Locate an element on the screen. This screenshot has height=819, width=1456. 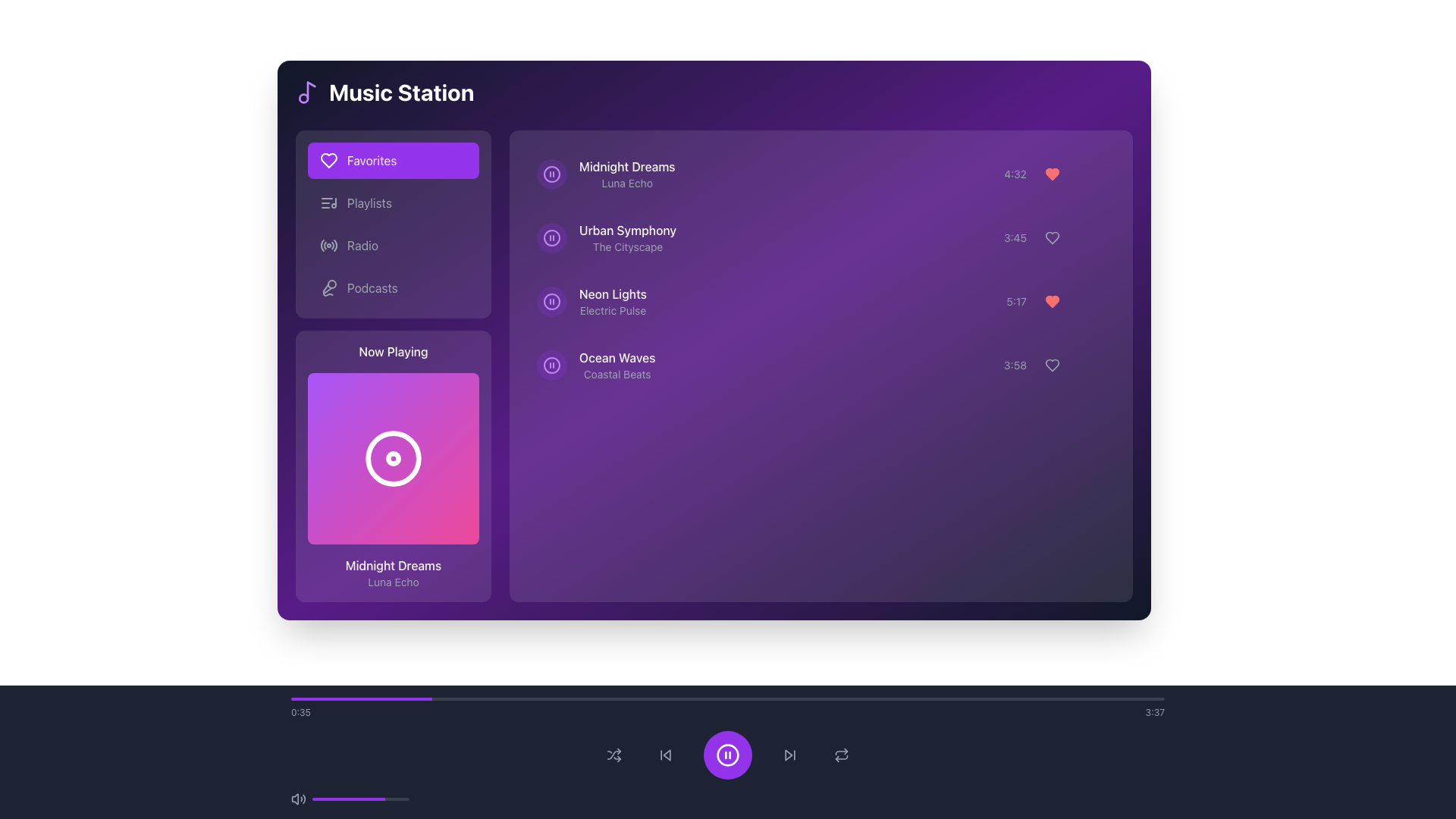
the 'Playlists' icon within the sidebar navigation menu, which resembles a list with a musical note and is styled with a thin outline is located at coordinates (328, 202).